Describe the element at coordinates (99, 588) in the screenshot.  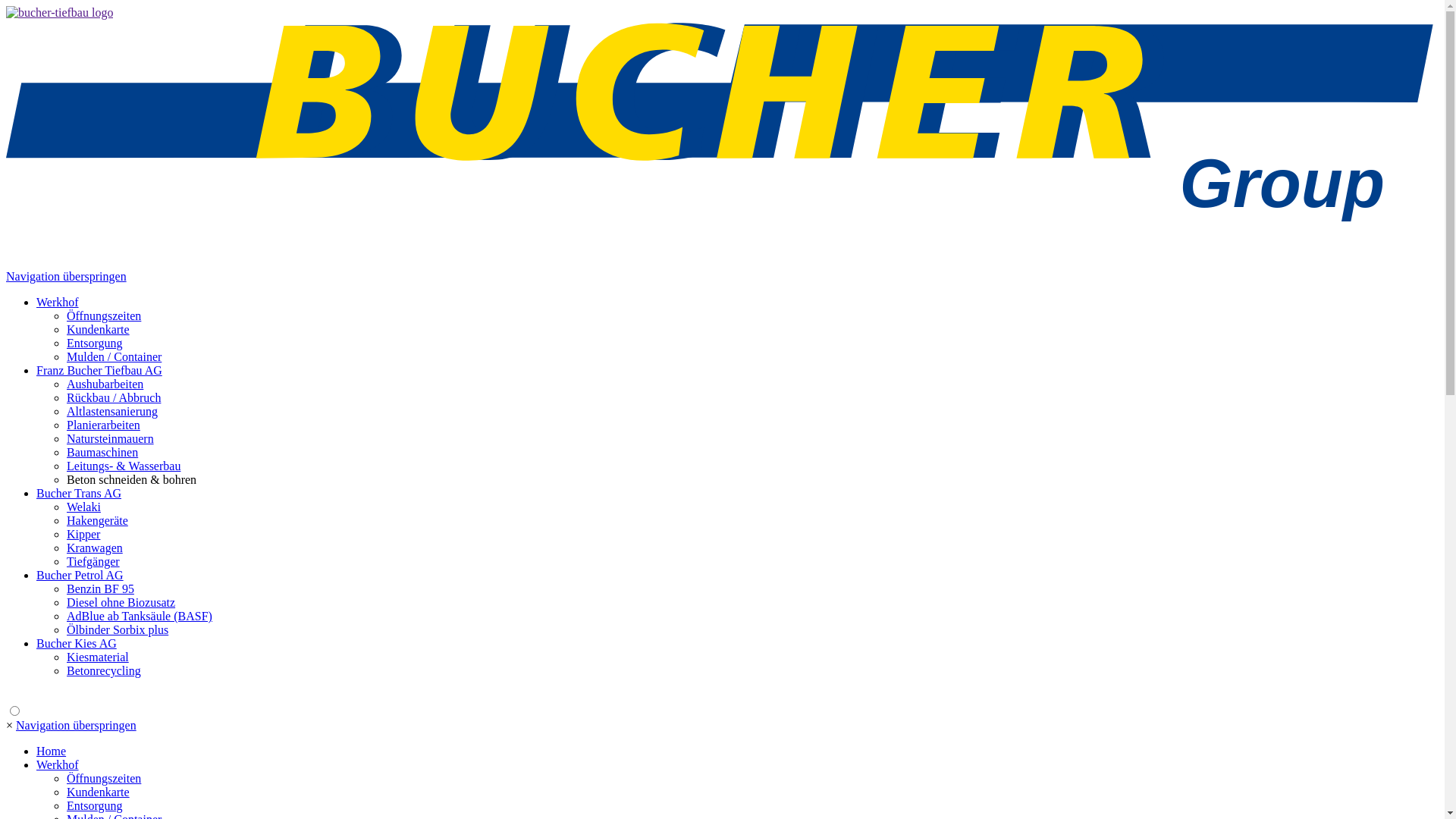
I see `'Benzin BF 95'` at that location.